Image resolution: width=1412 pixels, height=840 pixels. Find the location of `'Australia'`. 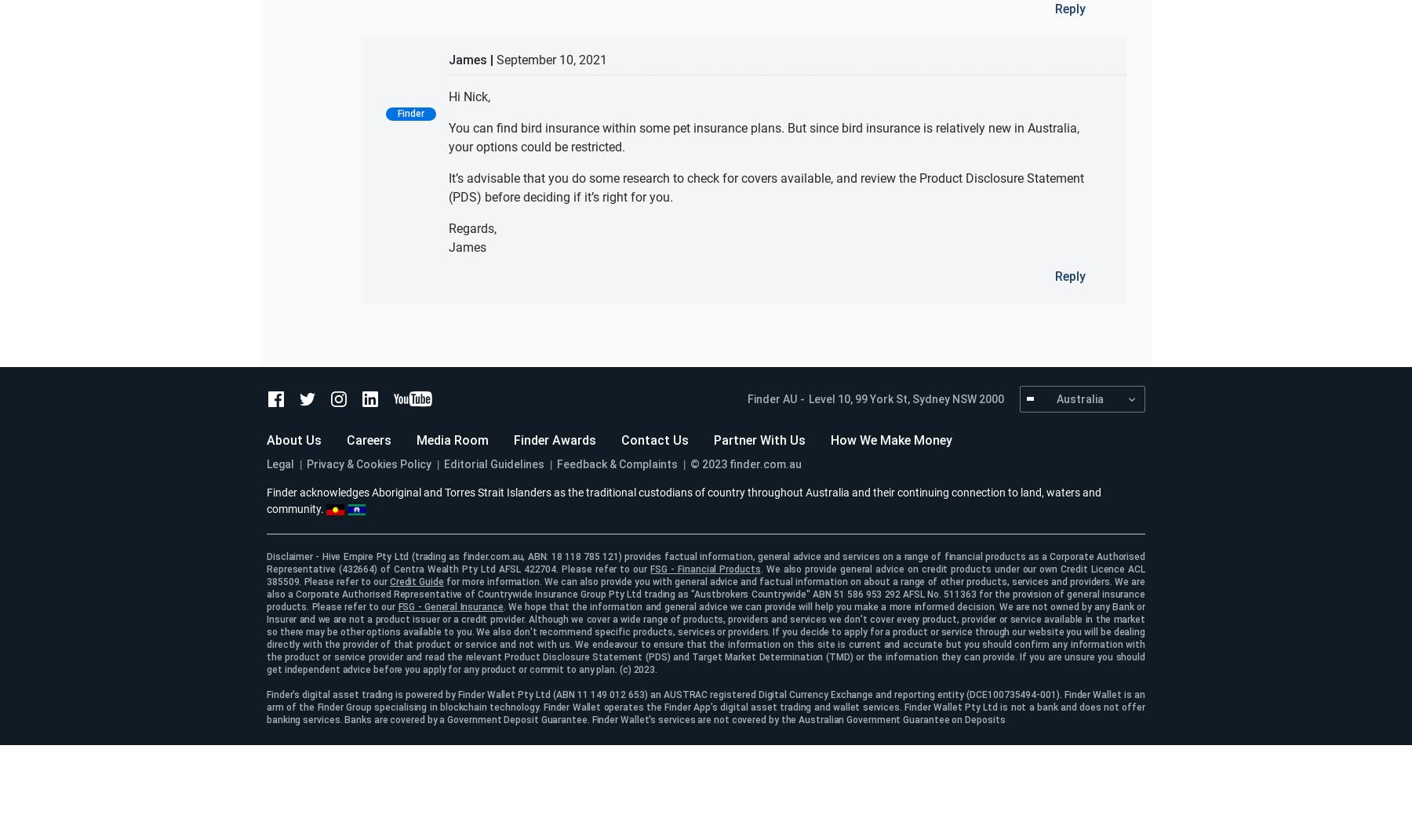

'Australia' is located at coordinates (1056, 397).